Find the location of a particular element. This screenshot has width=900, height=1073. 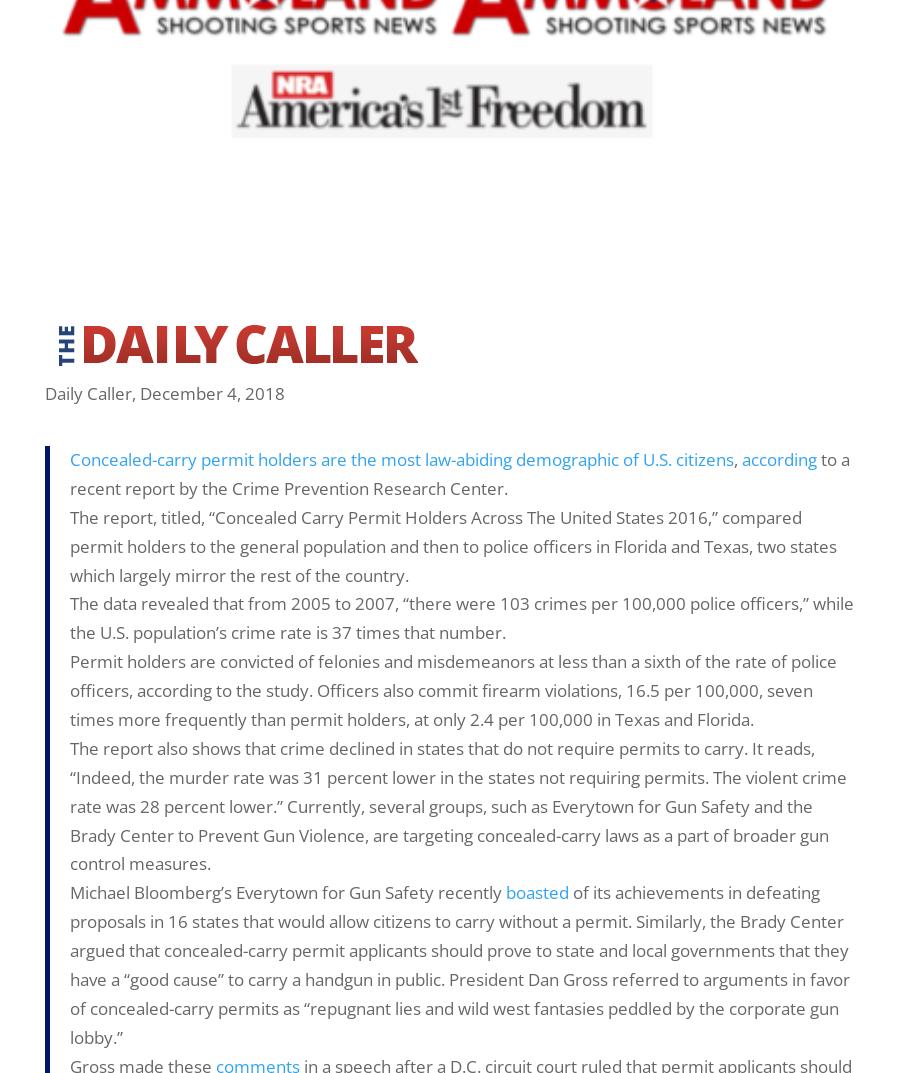

'Daily Caller, December 4, 2018' is located at coordinates (164, 392).